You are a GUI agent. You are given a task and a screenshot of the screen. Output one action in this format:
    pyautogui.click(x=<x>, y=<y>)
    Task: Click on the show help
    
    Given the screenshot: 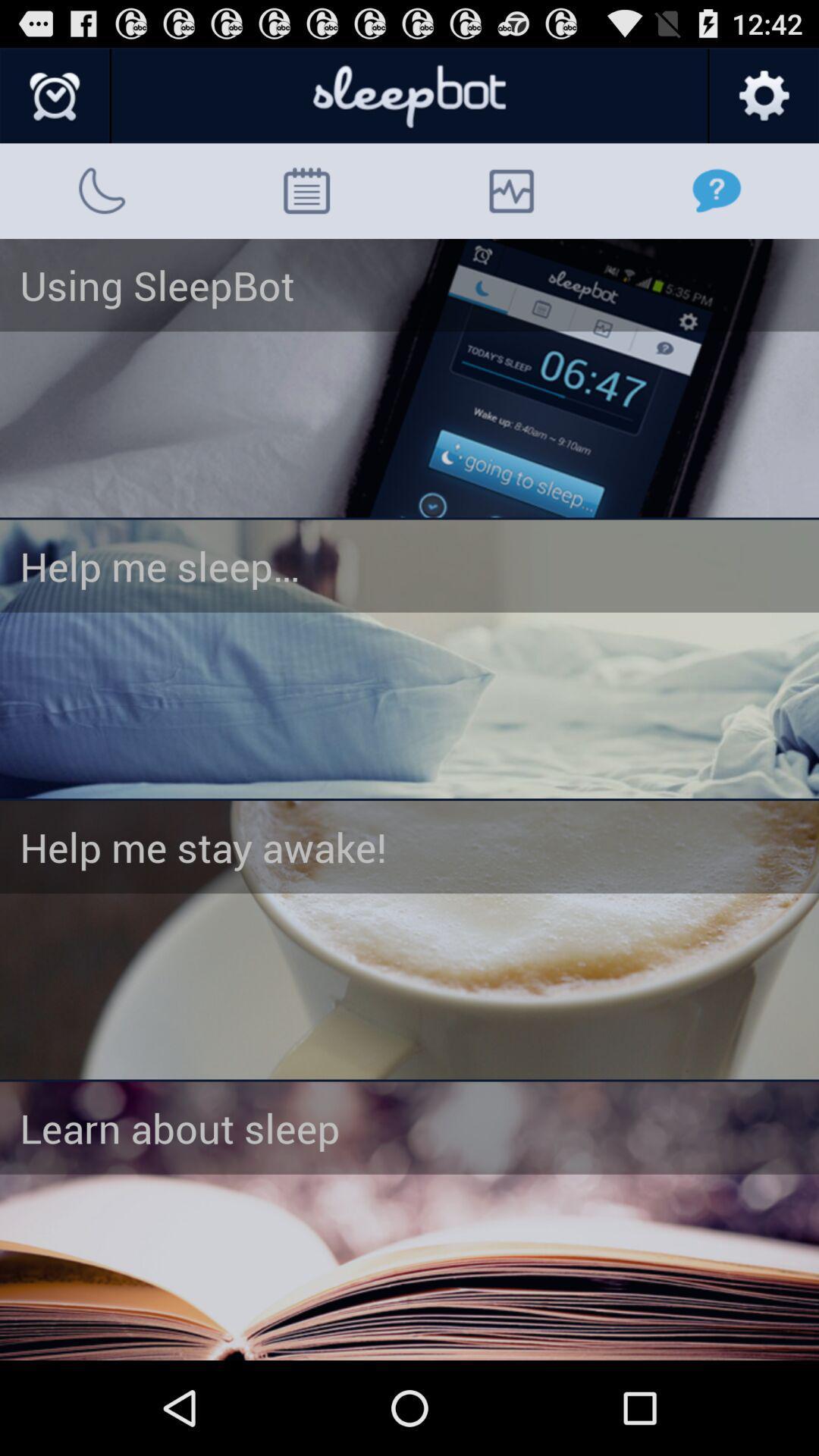 What is the action you would take?
    pyautogui.click(x=409, y=378)
    